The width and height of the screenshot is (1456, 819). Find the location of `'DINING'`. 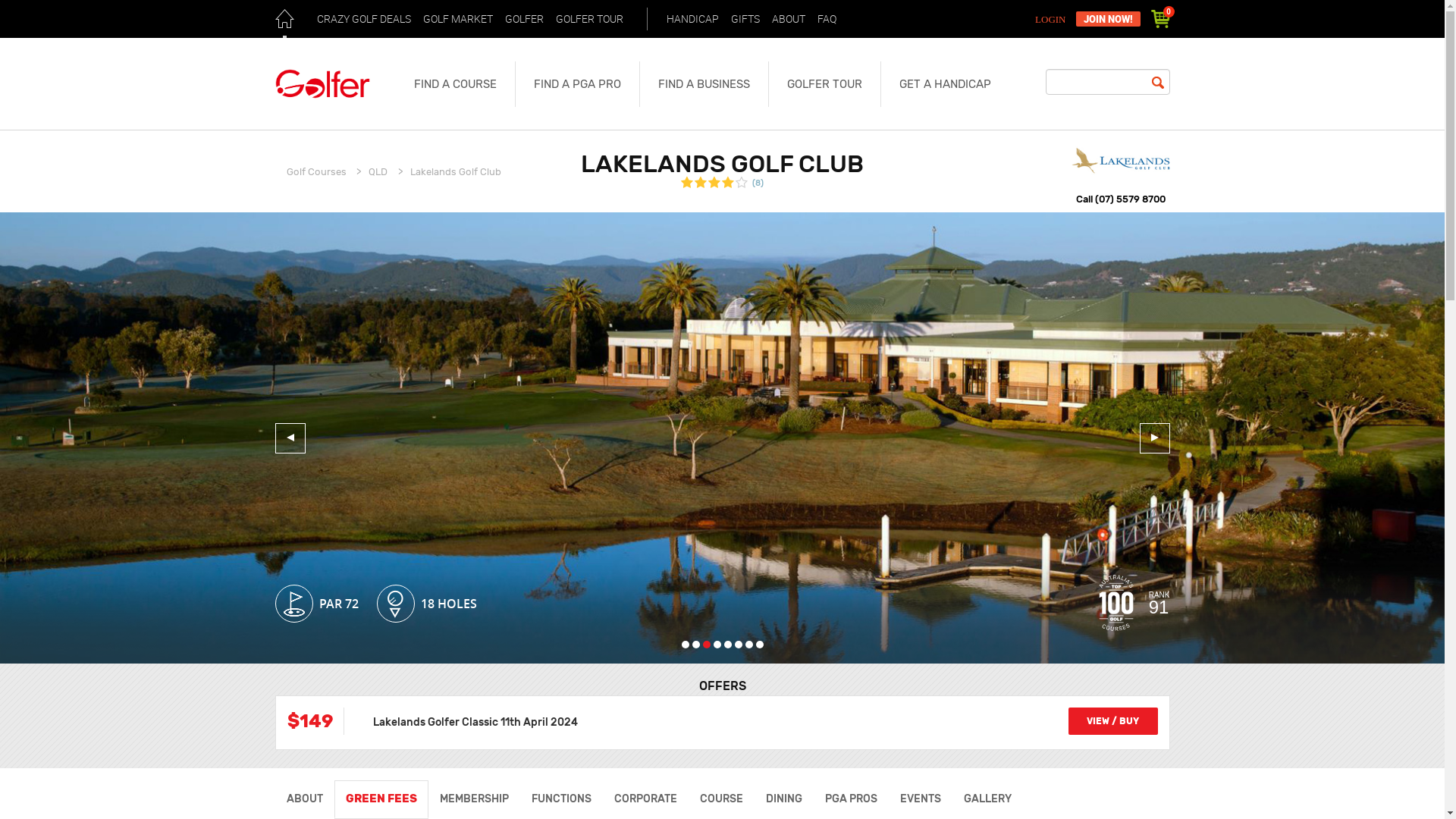

'DINING' is located at coordinates (783, 798).